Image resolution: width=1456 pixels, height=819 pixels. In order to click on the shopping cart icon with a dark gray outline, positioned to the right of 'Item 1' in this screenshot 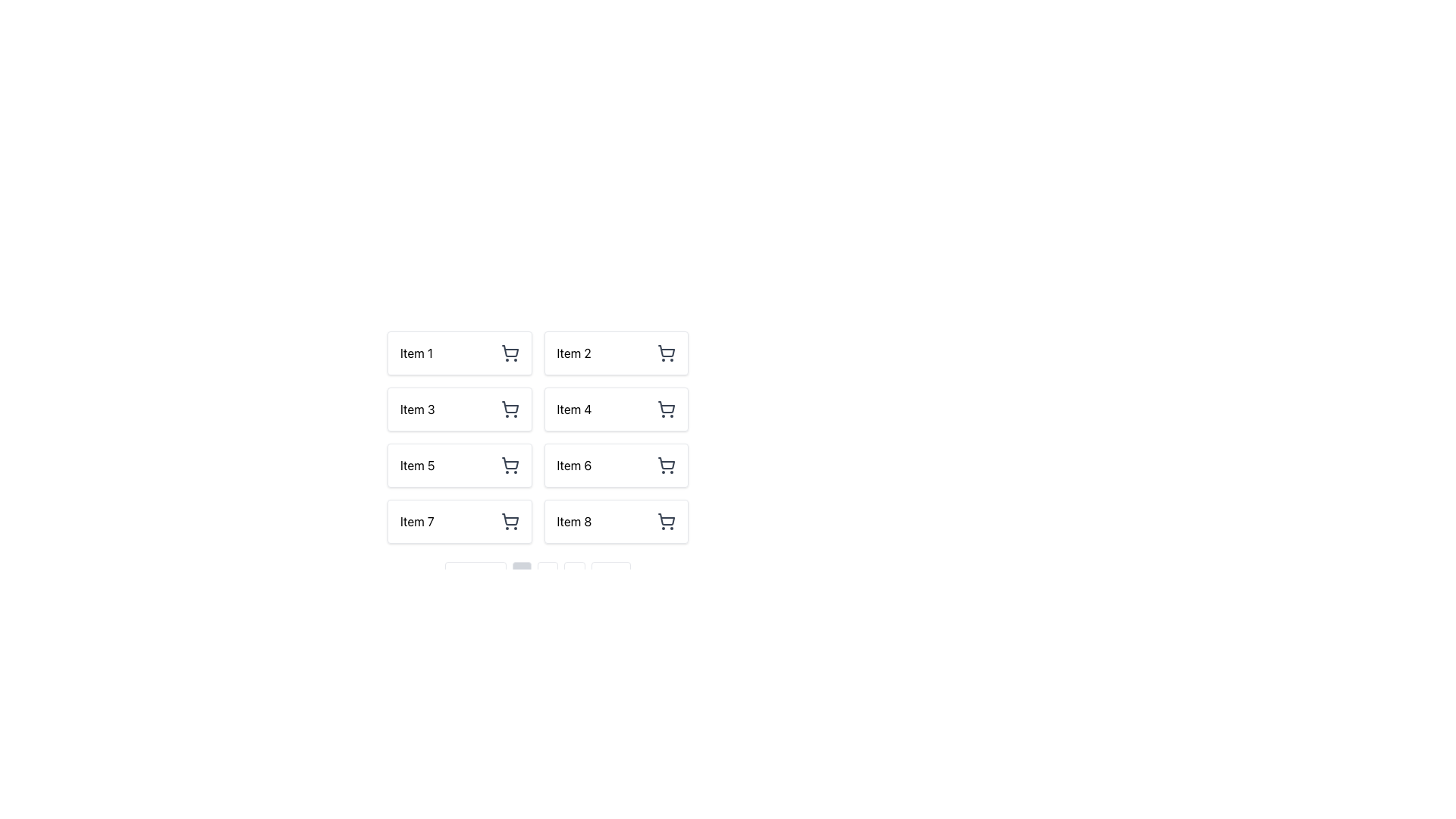, I will do `click(510, 353)`.